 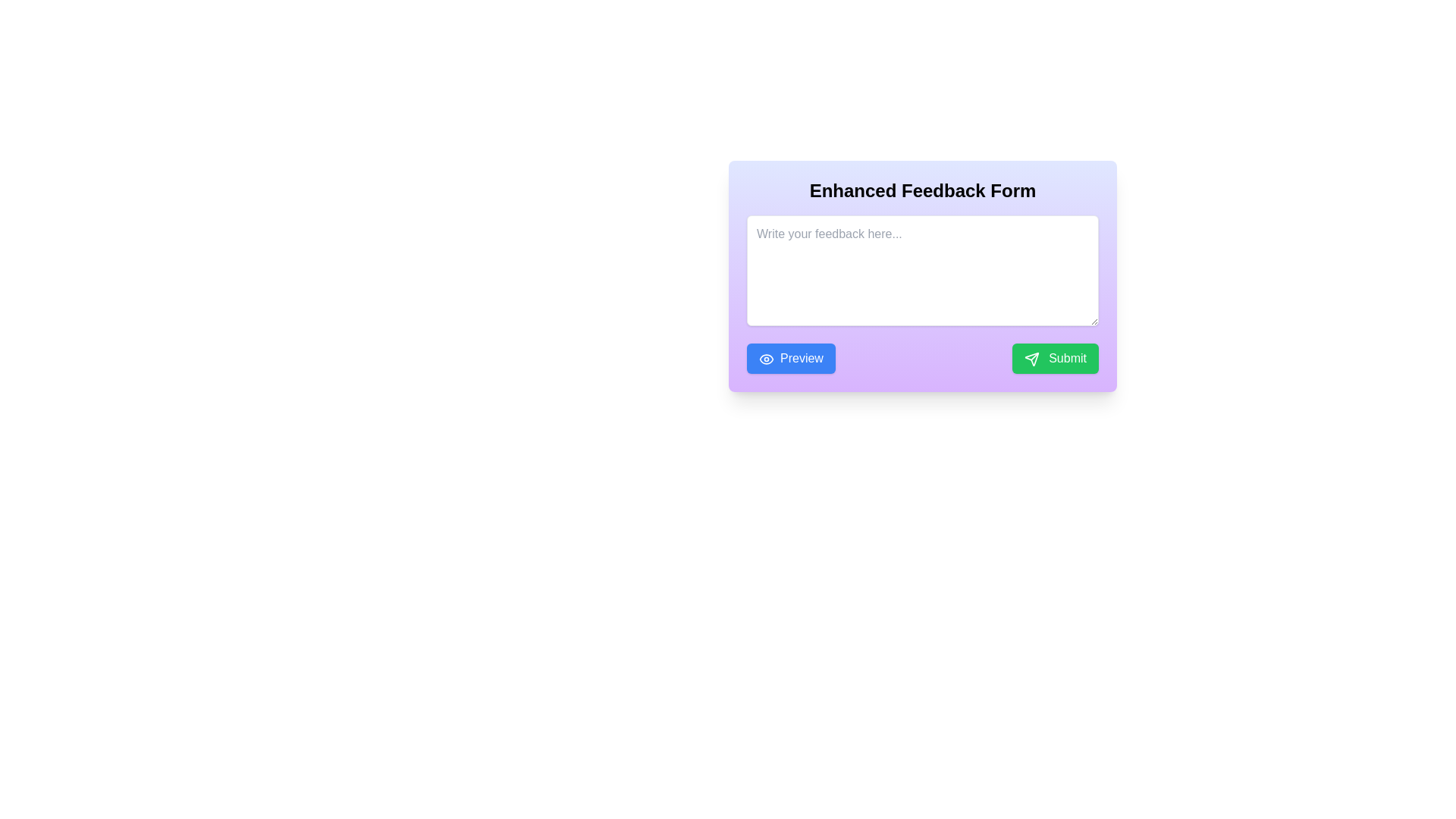 I want to click on the icon representing the submission functionality, located at the top-right corner of the green 'Submit' button, so click(x=1031, y=359).